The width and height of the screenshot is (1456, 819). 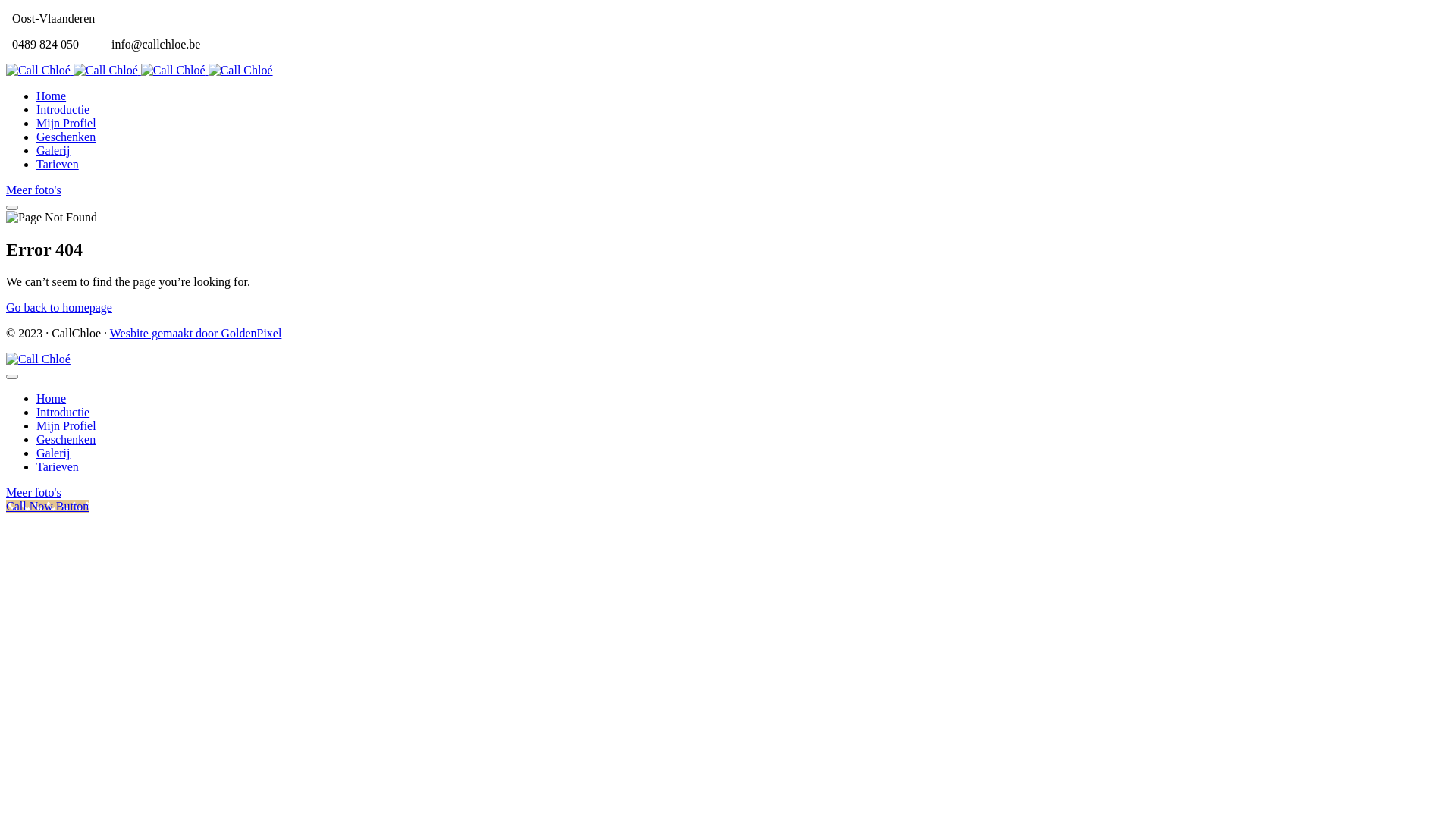 I want to click on 'Introductie', so click(x=36, y=108).